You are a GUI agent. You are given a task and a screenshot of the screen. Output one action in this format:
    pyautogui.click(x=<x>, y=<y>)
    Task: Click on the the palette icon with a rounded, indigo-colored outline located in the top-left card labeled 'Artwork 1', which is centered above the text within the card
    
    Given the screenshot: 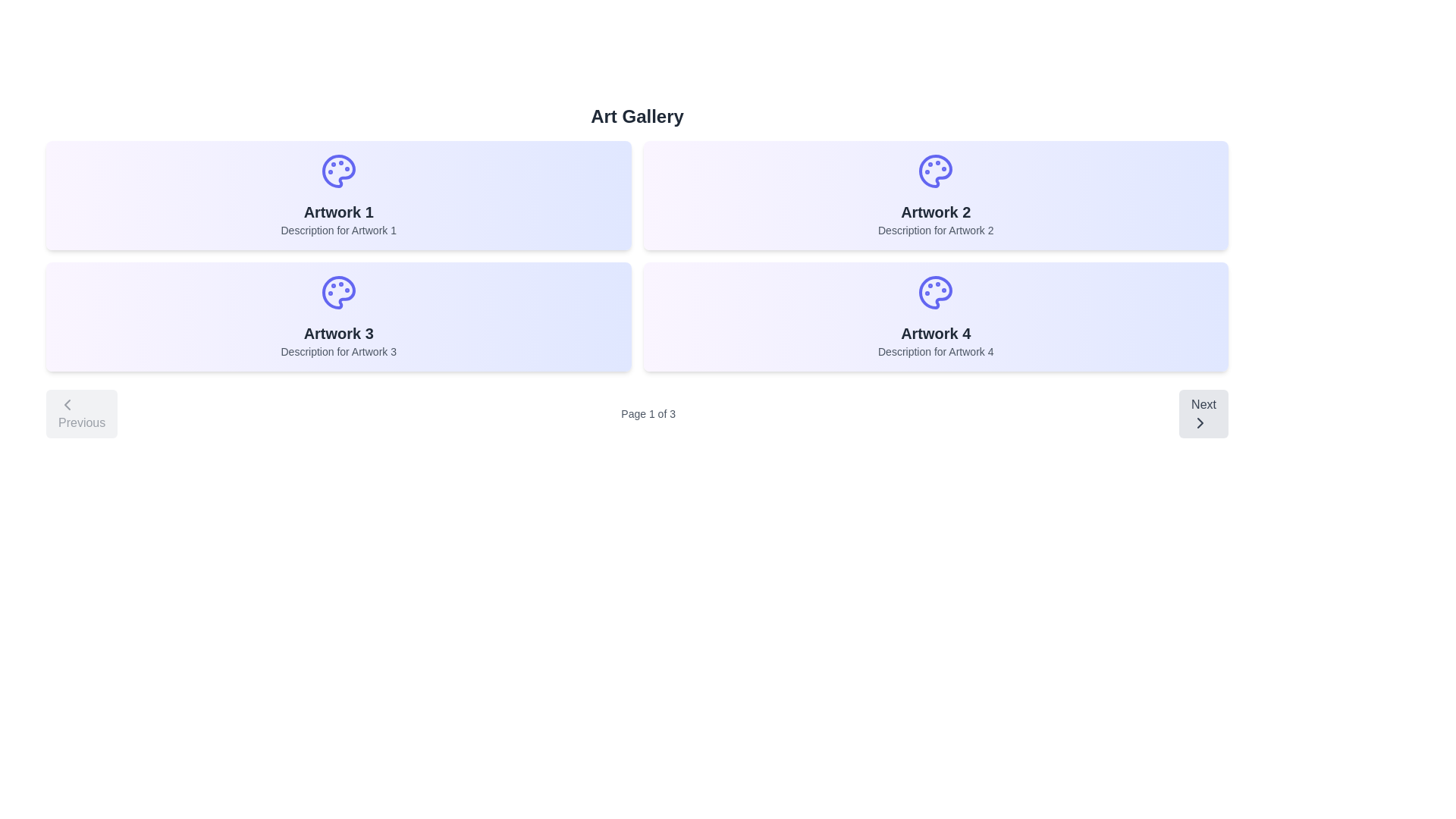 What is the action you would take?
    pyautogui.click(x=337, y=171)
    